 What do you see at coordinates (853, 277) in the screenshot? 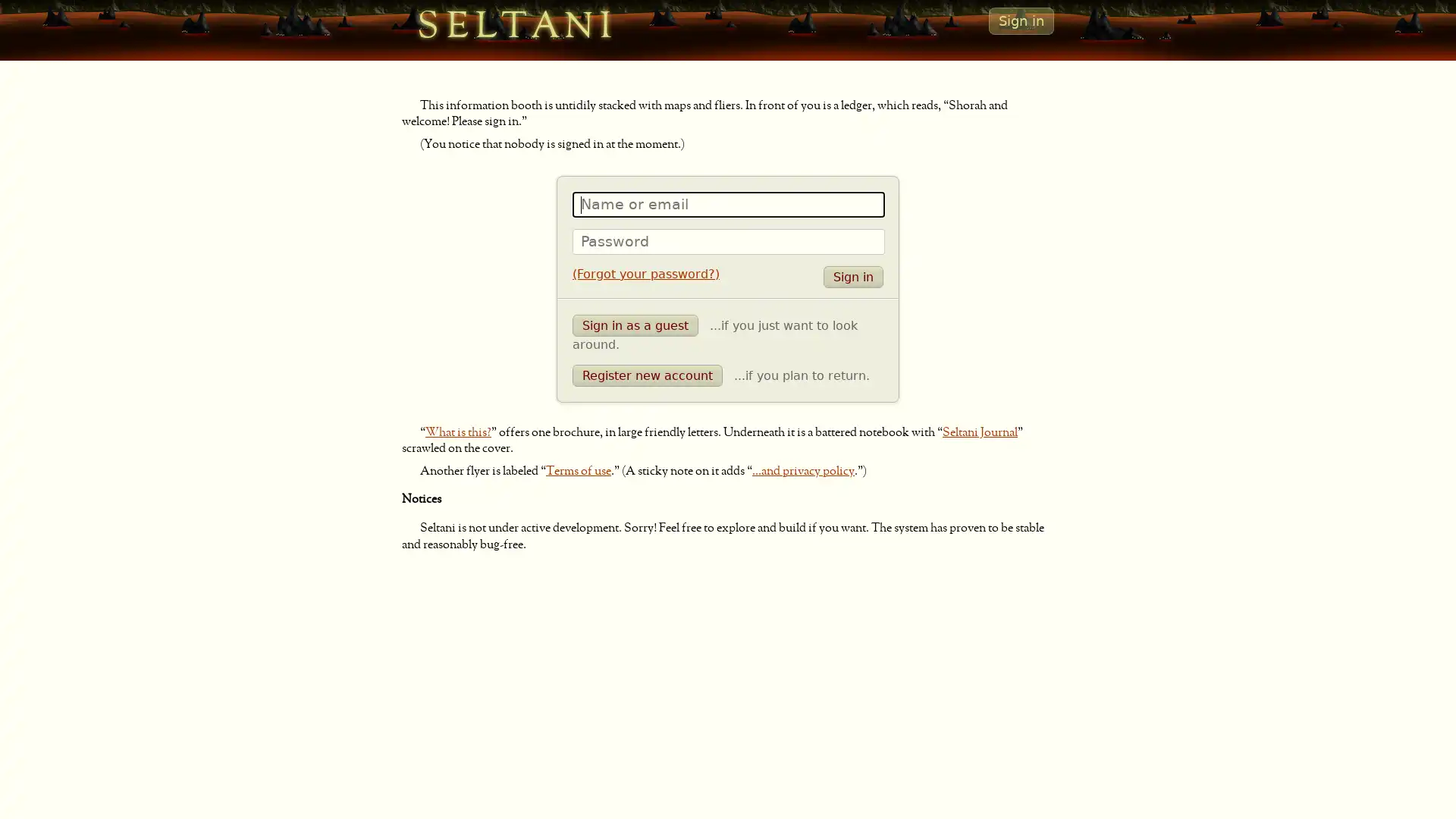
I see `Sign in` at bounding box center [853, 277].